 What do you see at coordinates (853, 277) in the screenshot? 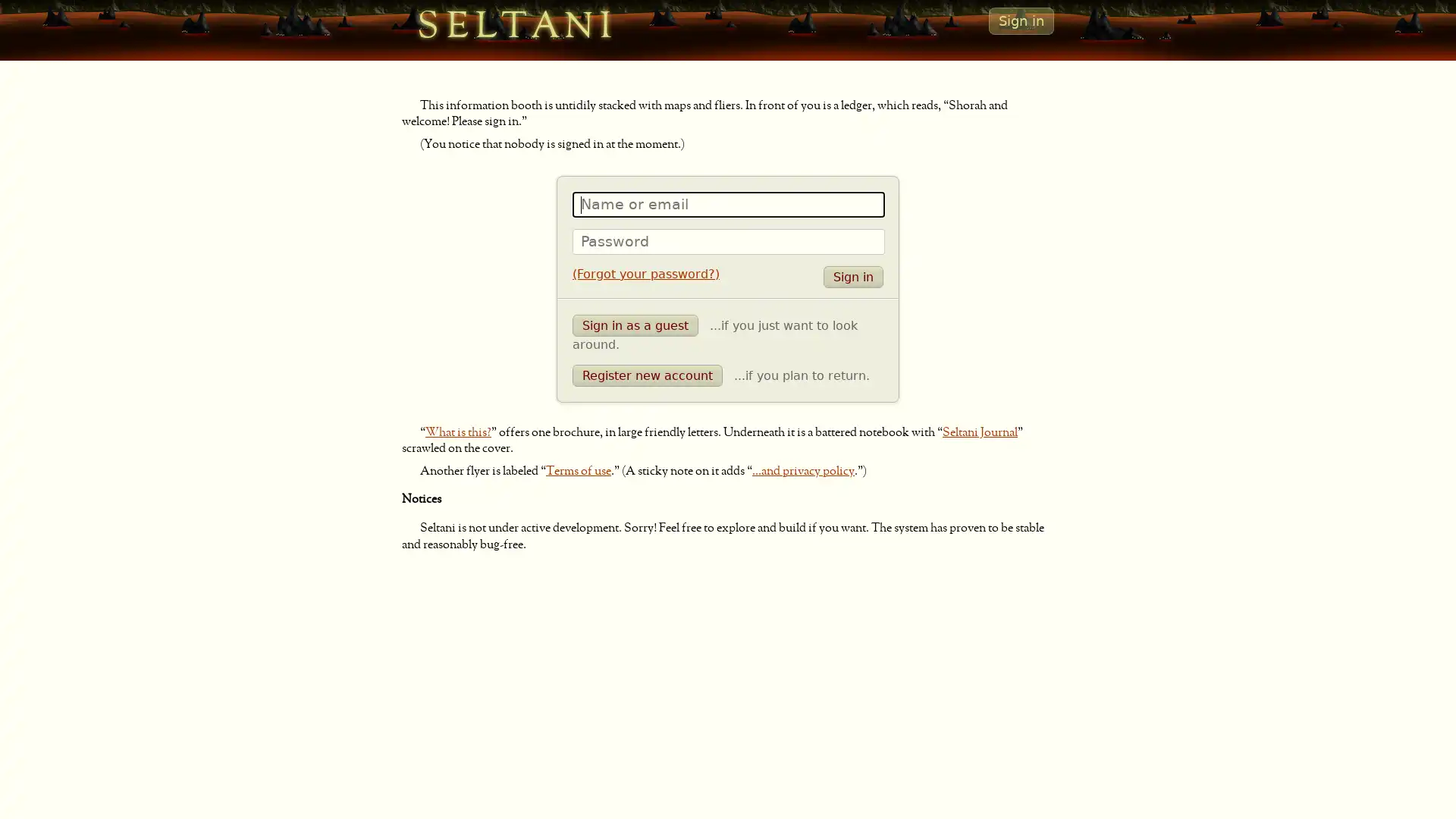
I see `Sign in` at bounding box center [853, 277].